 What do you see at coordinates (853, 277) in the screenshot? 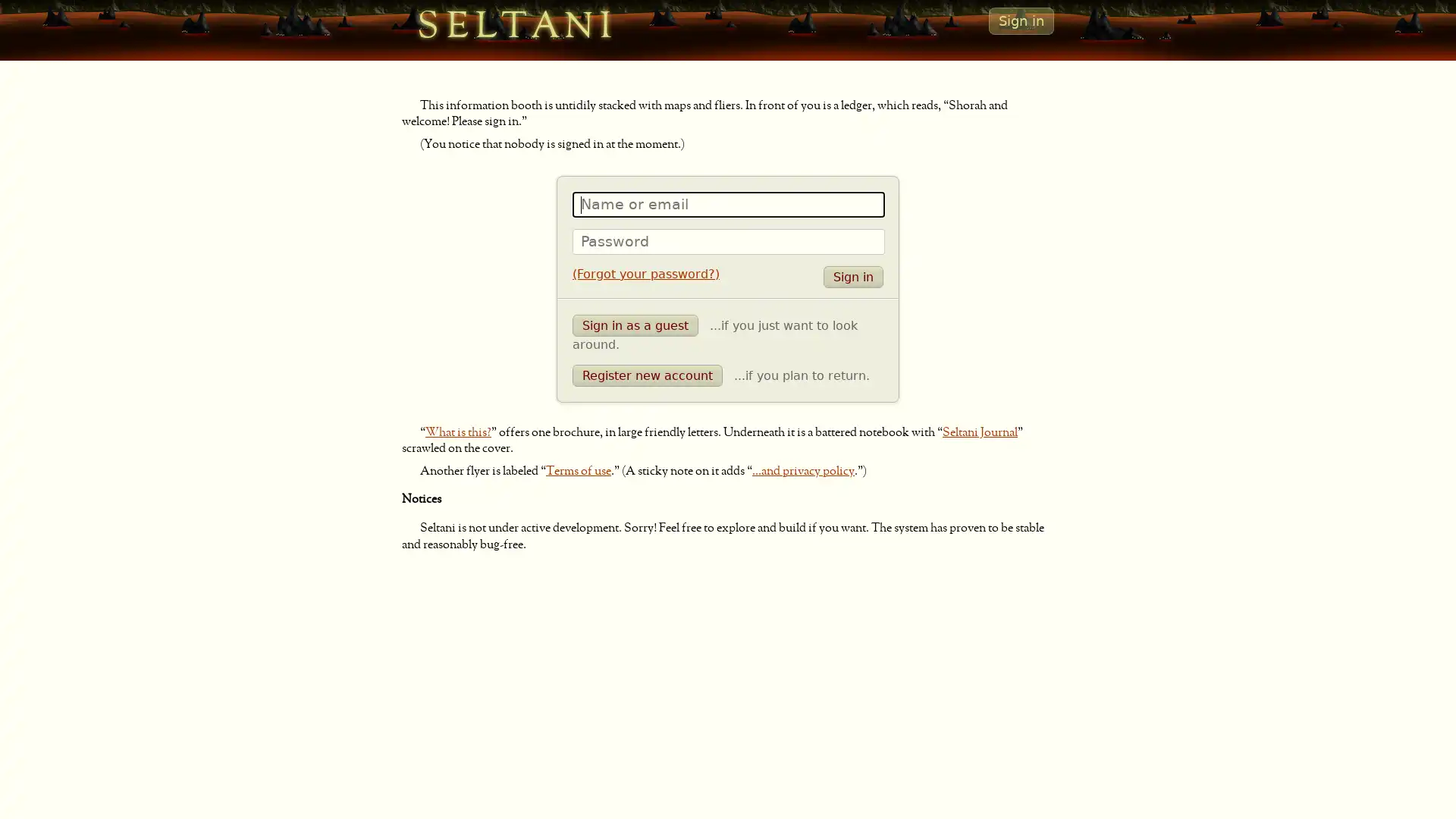
I see `Sign in` at bounding box center [853, 277].